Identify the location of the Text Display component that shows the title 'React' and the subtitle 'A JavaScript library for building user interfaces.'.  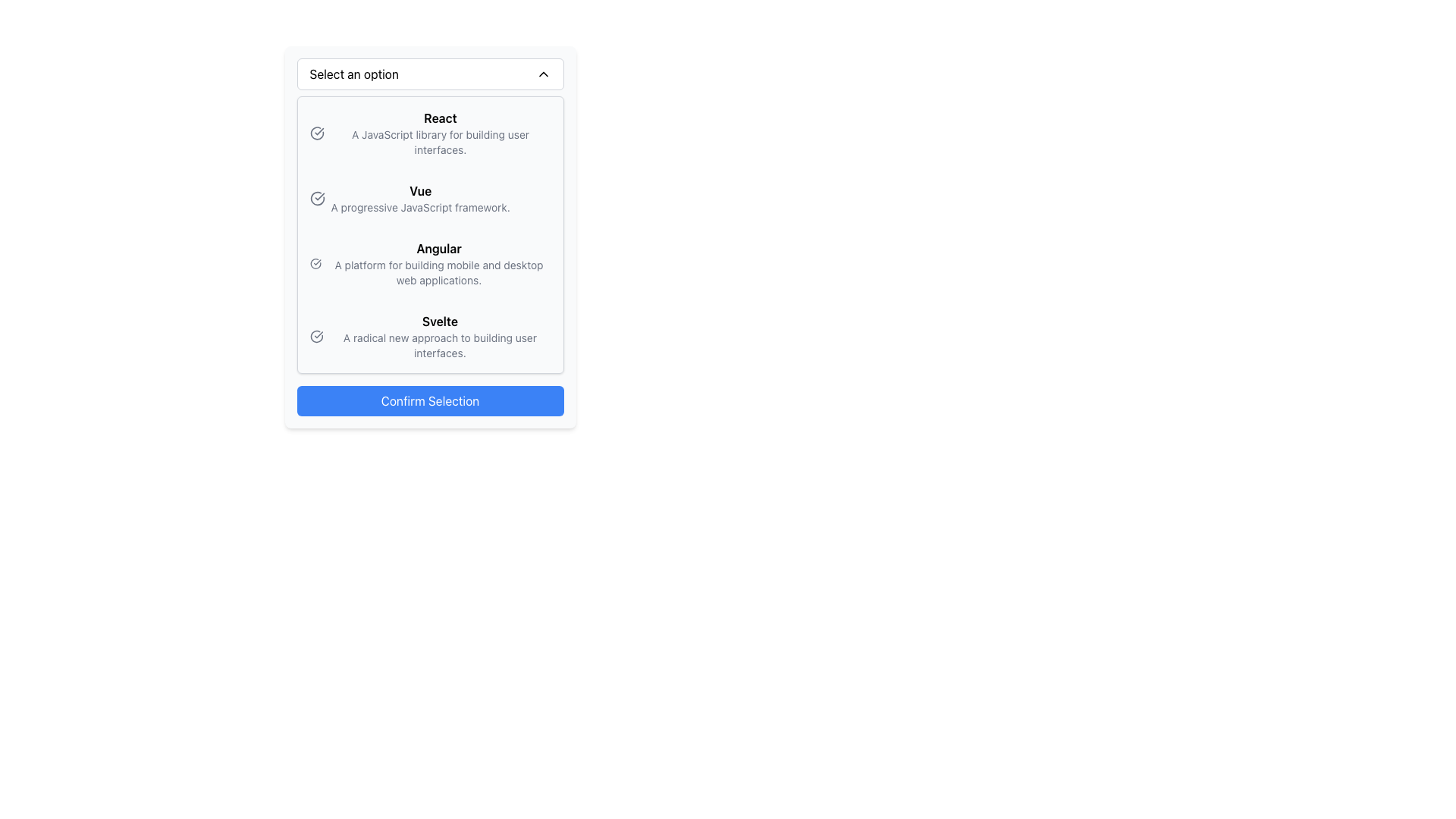
(439, 133).